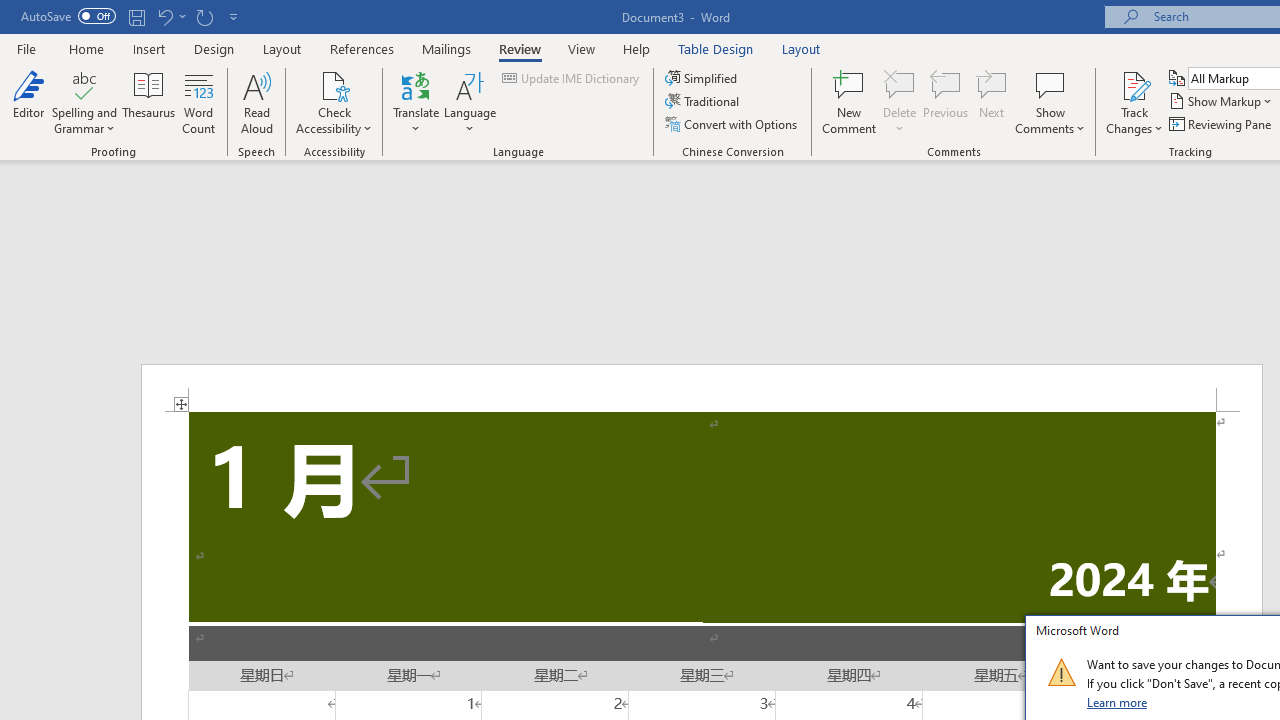 Image resolution: width=1280 pixels, height=720 pixels. Describe the element at coordinates (1134, 84) in the screenshot. I see `'Track Changes'` at that location.